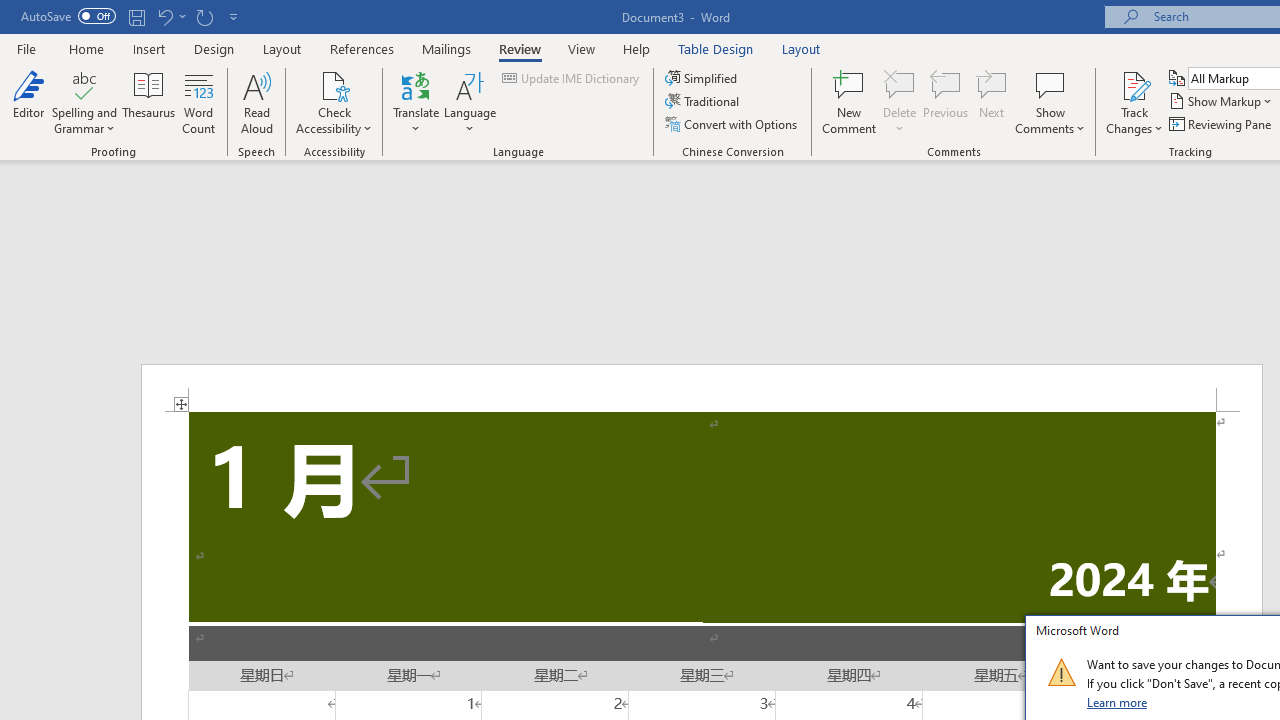 Image resolution: width=1280 pixels, height=720 pixels. Describe the element at coordinates (1134, 84) in the screenshot. I see `'Track Changes'` at that location.